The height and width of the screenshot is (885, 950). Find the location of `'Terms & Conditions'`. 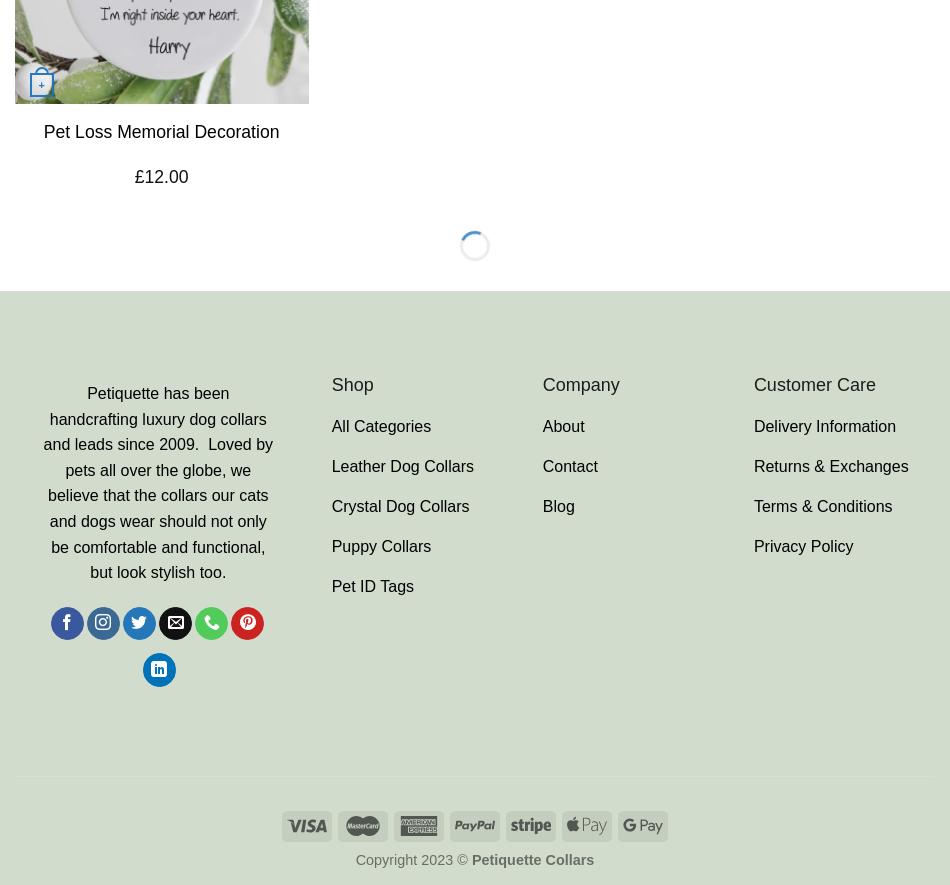

'Terms & Conditions' is located at coordinates (821, 505).